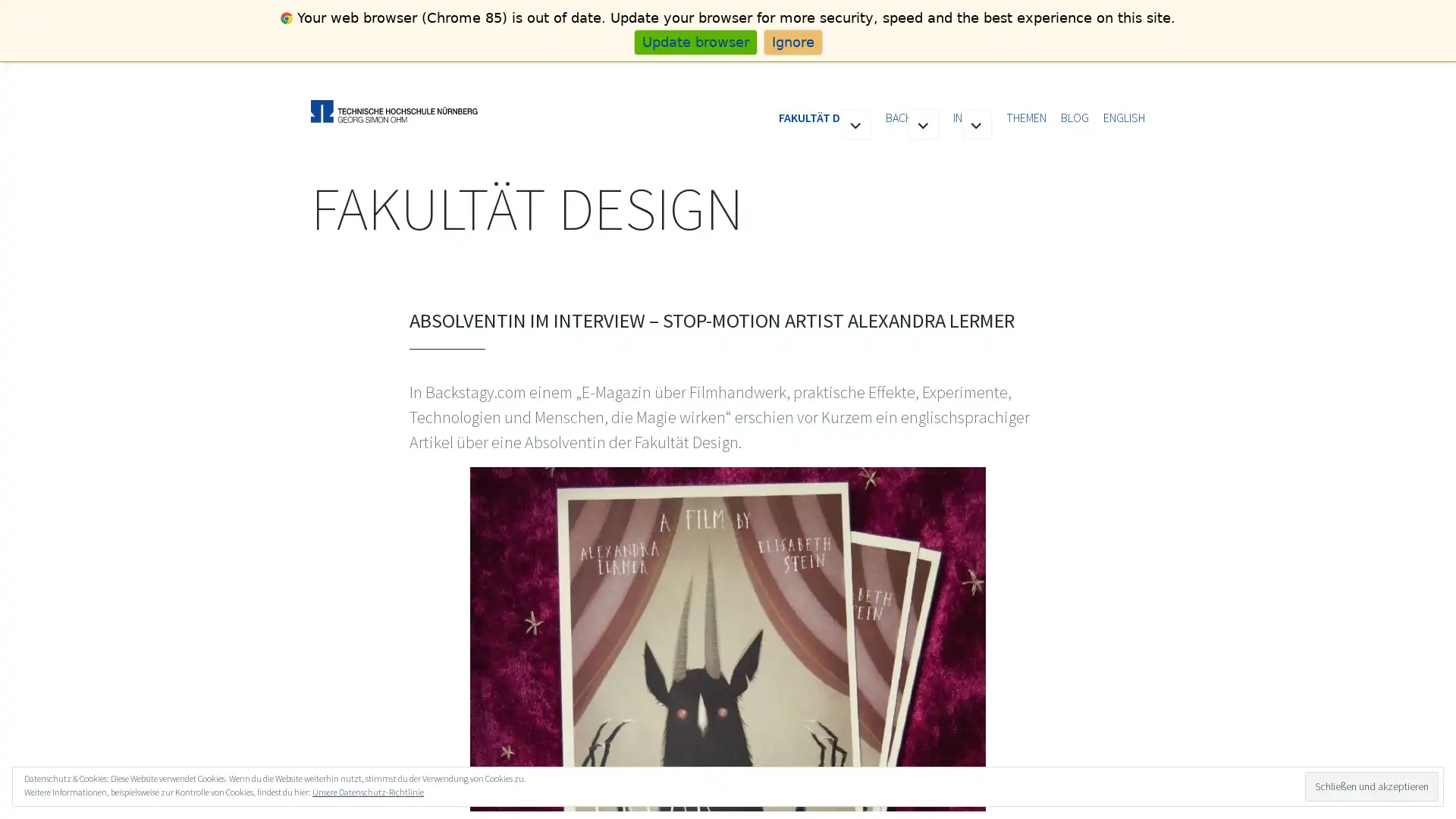 This screenshot has height=819, width=1456. What do you see at coordinates (792, 41) in the screenshot?
I see `Ignore` at bounding box center [792, 41].